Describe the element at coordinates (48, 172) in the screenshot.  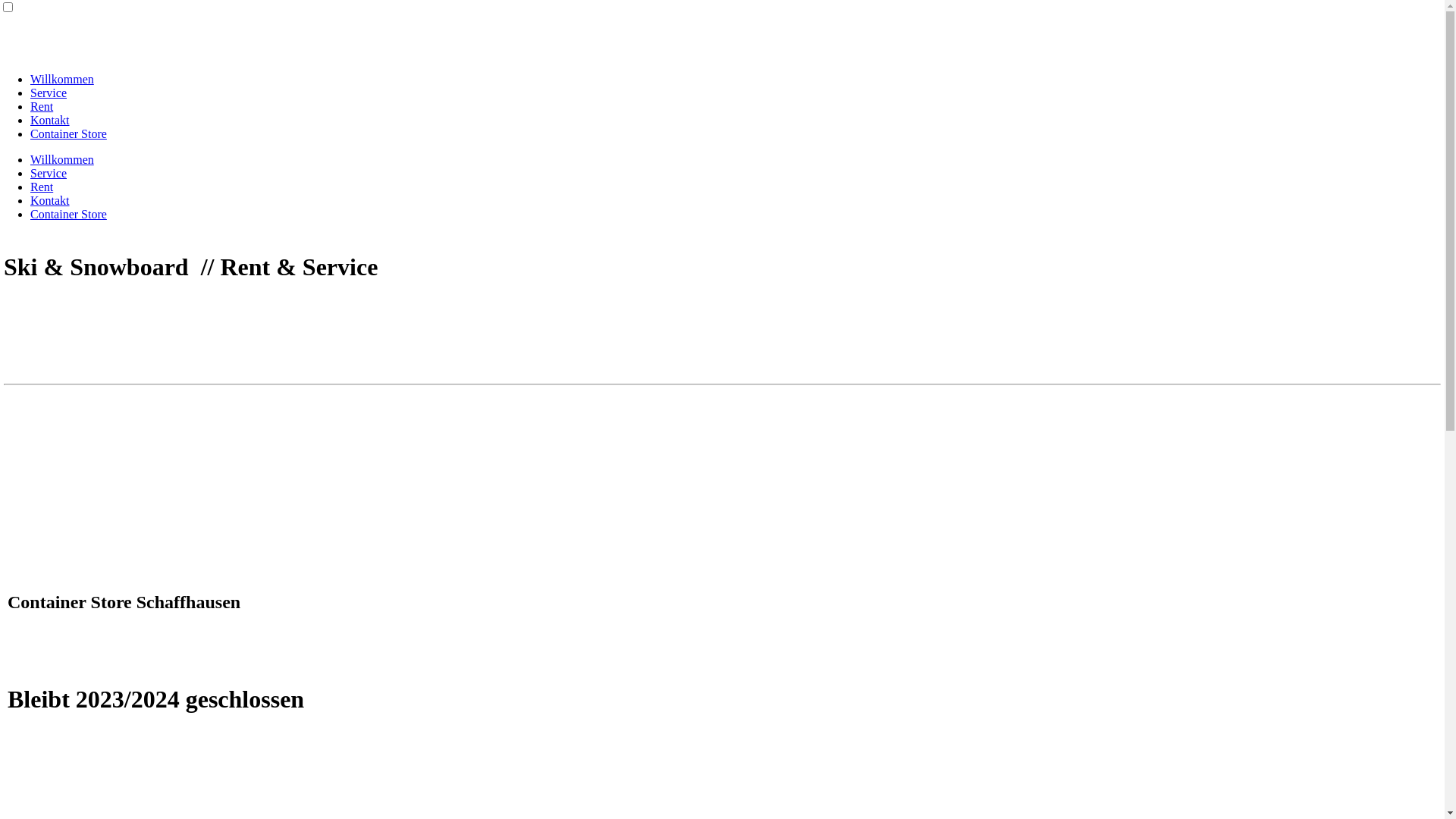
I see `'Service'` at that location.